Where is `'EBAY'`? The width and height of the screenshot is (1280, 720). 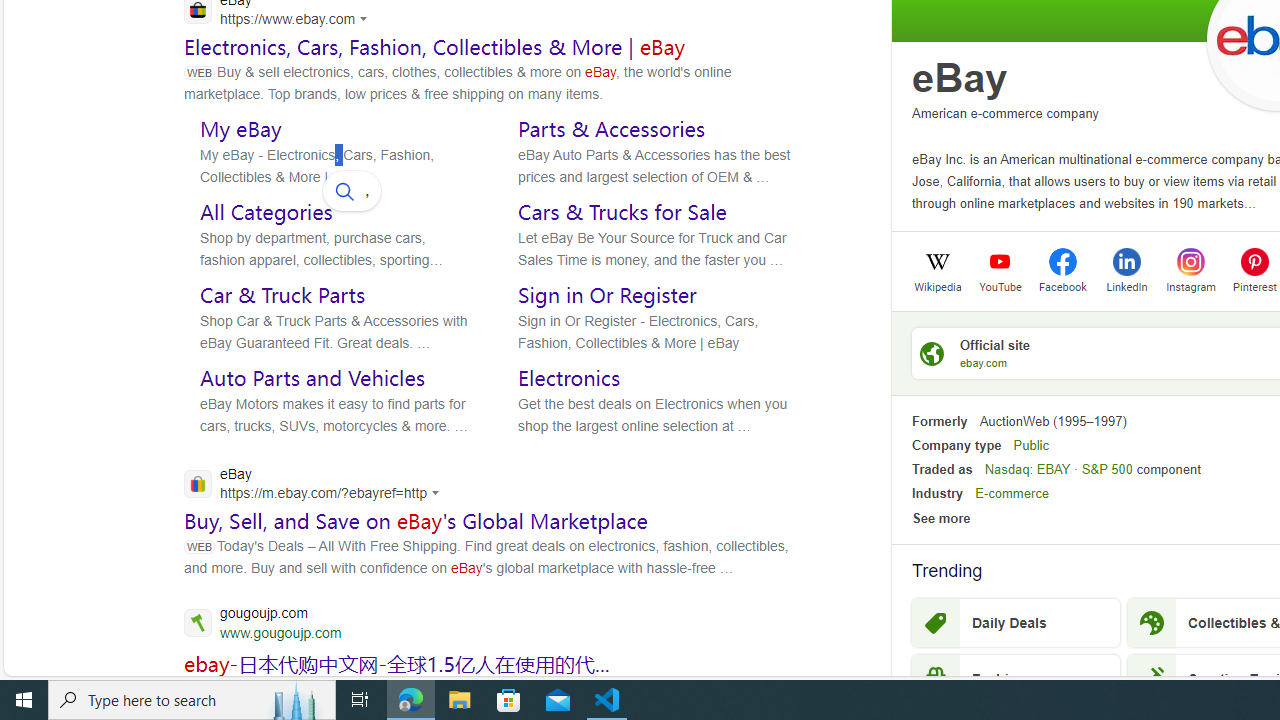 'EBAY' is located at coordinates (1052, 469).